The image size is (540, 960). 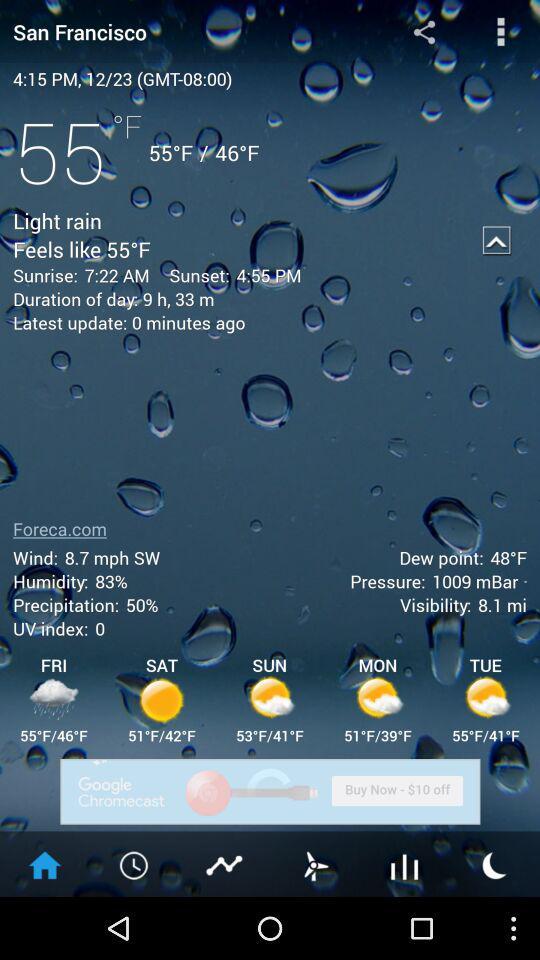 What do you see at coordinates (423, 30) in the screenshot?
I see `share the forecast` at bounding box center [423, 30].